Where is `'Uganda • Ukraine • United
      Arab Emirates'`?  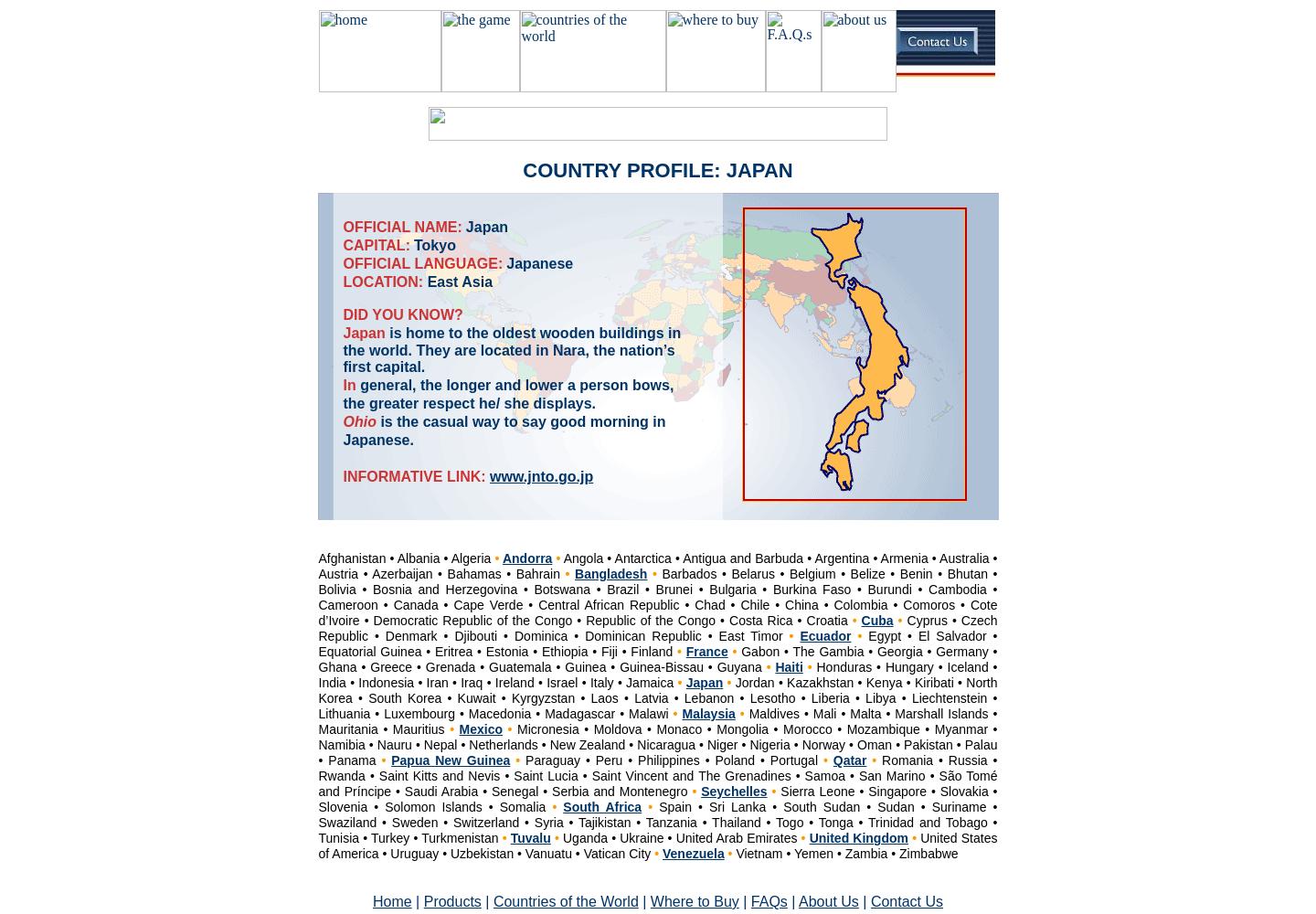 'Uganda • Ukraine • United
      Arab Emirates' is located at coordinates (678, 838).